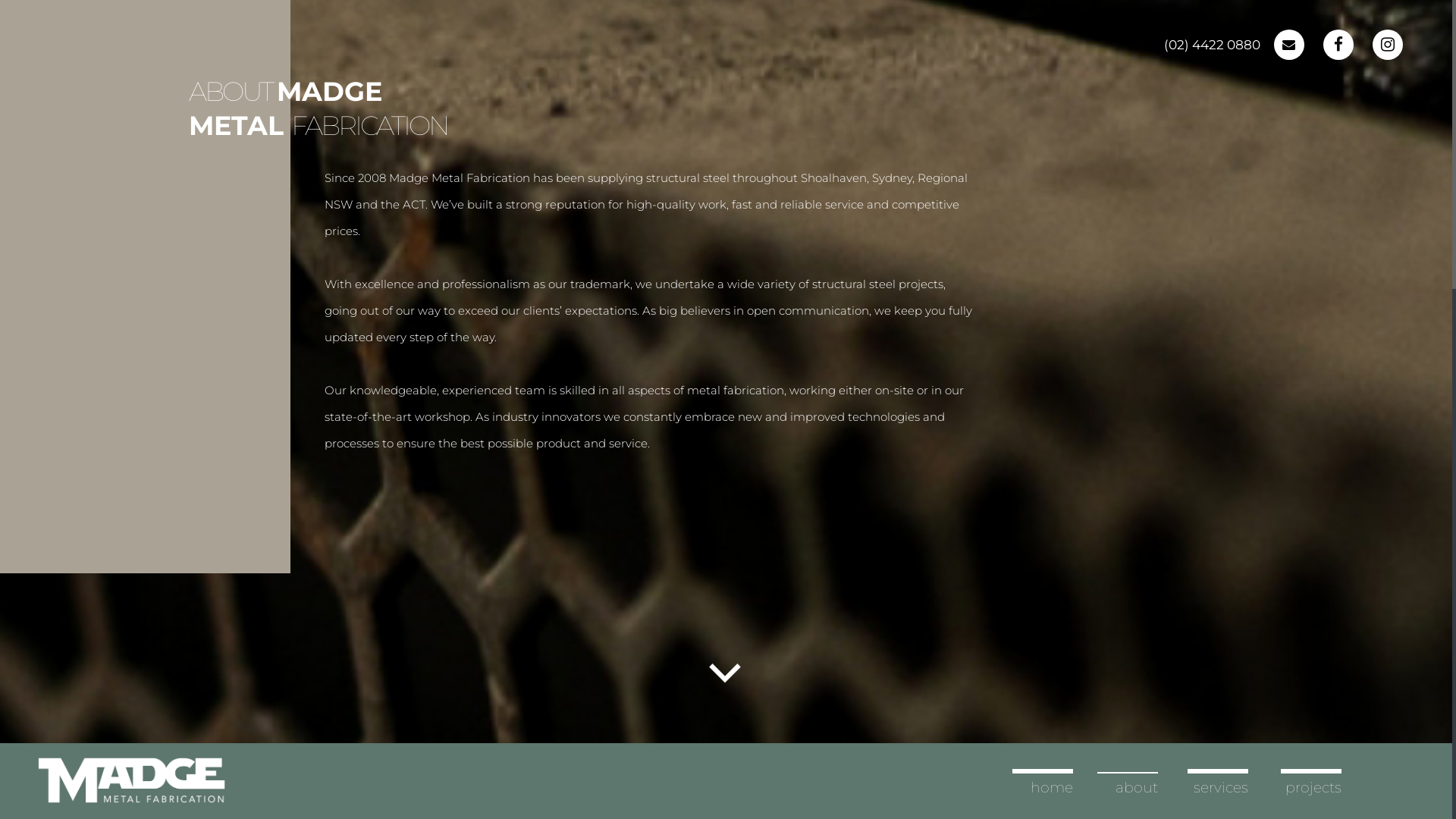 The width and height of the screenshot is (1456, 819). What do you see at coordinates (1051, 786) in the screenshot?
I see `'home'` at bounding box center [1051, 786].